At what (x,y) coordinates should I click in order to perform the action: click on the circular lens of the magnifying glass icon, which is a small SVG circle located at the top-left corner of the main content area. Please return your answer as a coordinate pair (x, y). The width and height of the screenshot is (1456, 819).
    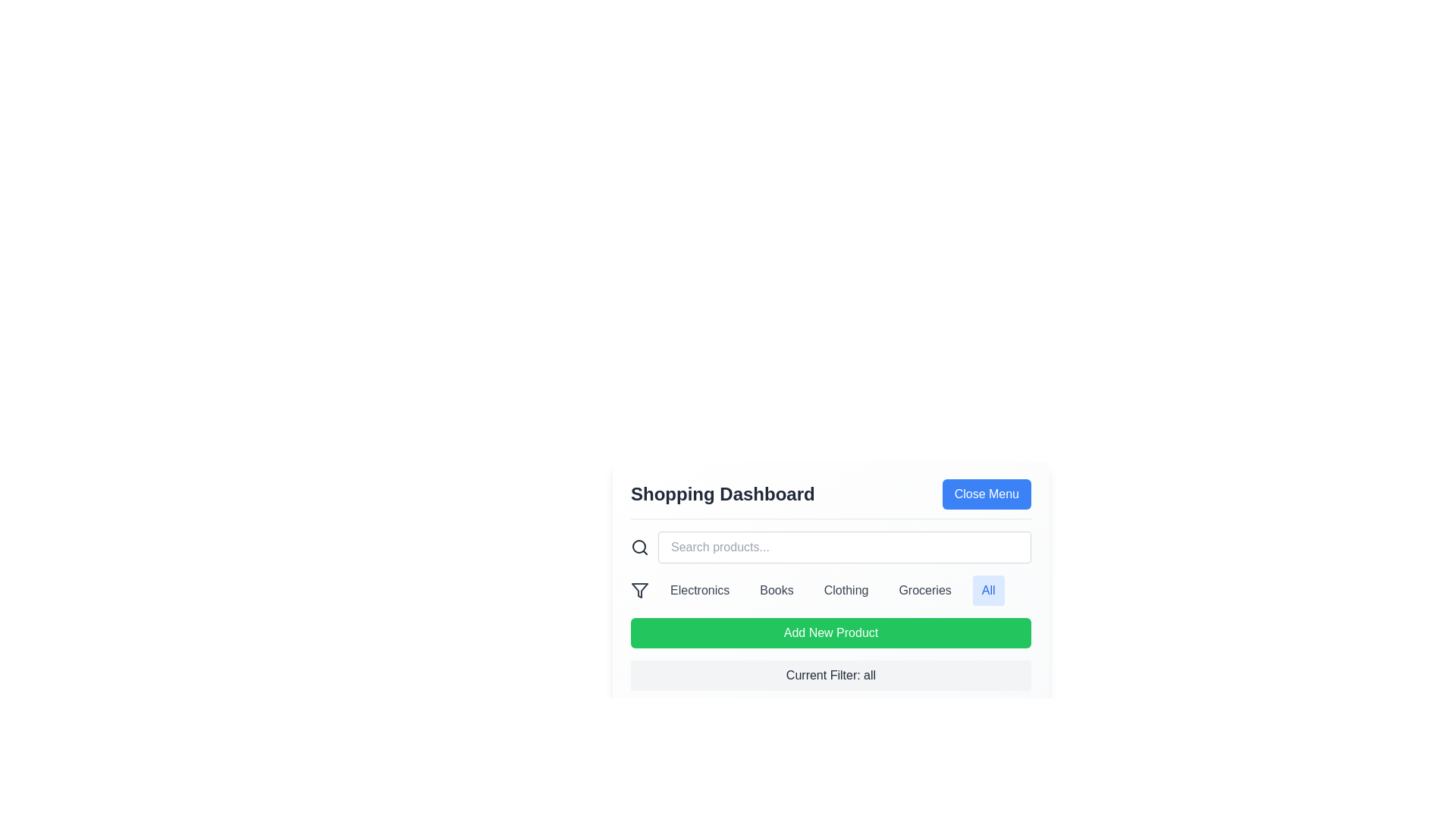
    Looking at the image, I should click on (639, 547).